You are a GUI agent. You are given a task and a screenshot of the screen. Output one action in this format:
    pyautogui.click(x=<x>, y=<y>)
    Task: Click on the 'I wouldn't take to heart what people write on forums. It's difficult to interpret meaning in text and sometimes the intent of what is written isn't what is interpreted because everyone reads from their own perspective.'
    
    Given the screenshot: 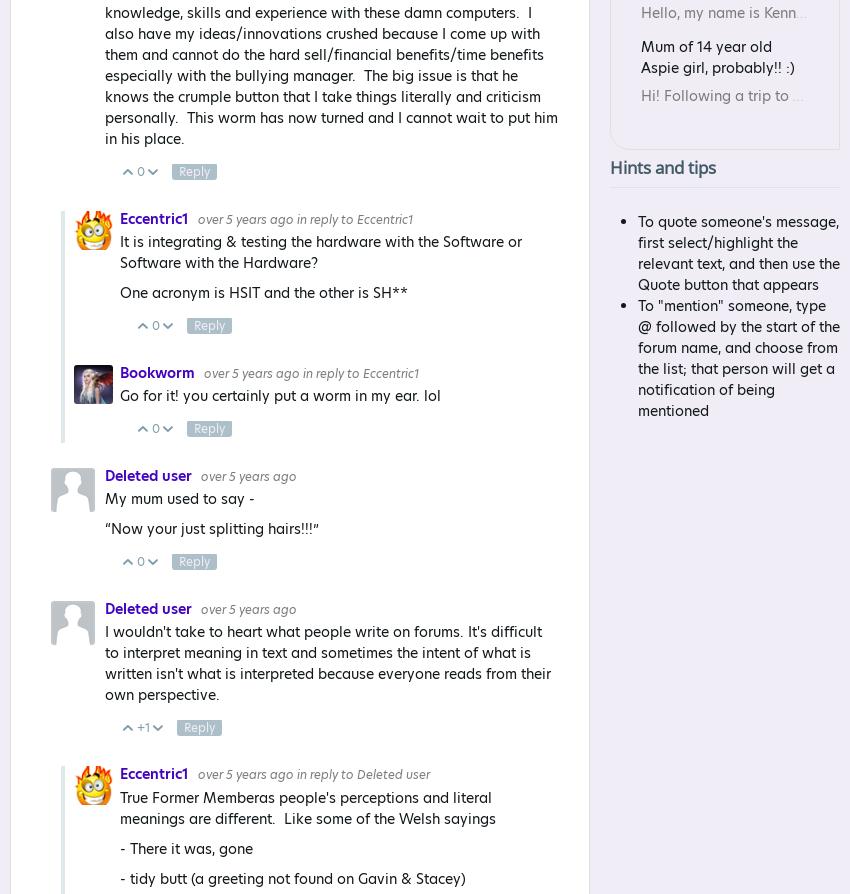 What is the action you would take?
    pyautogui.click(x=328, y=663)
    